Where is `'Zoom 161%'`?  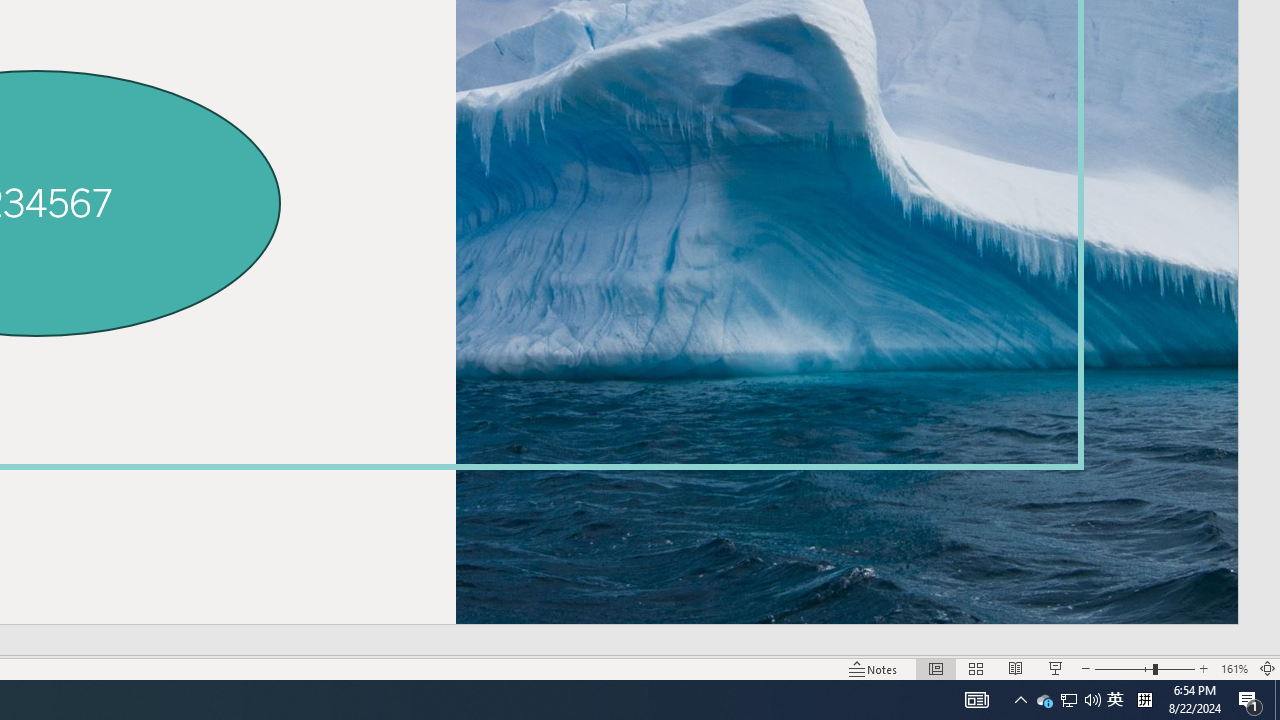 'Zoom 161%' is located at coordinates (1233, 669).